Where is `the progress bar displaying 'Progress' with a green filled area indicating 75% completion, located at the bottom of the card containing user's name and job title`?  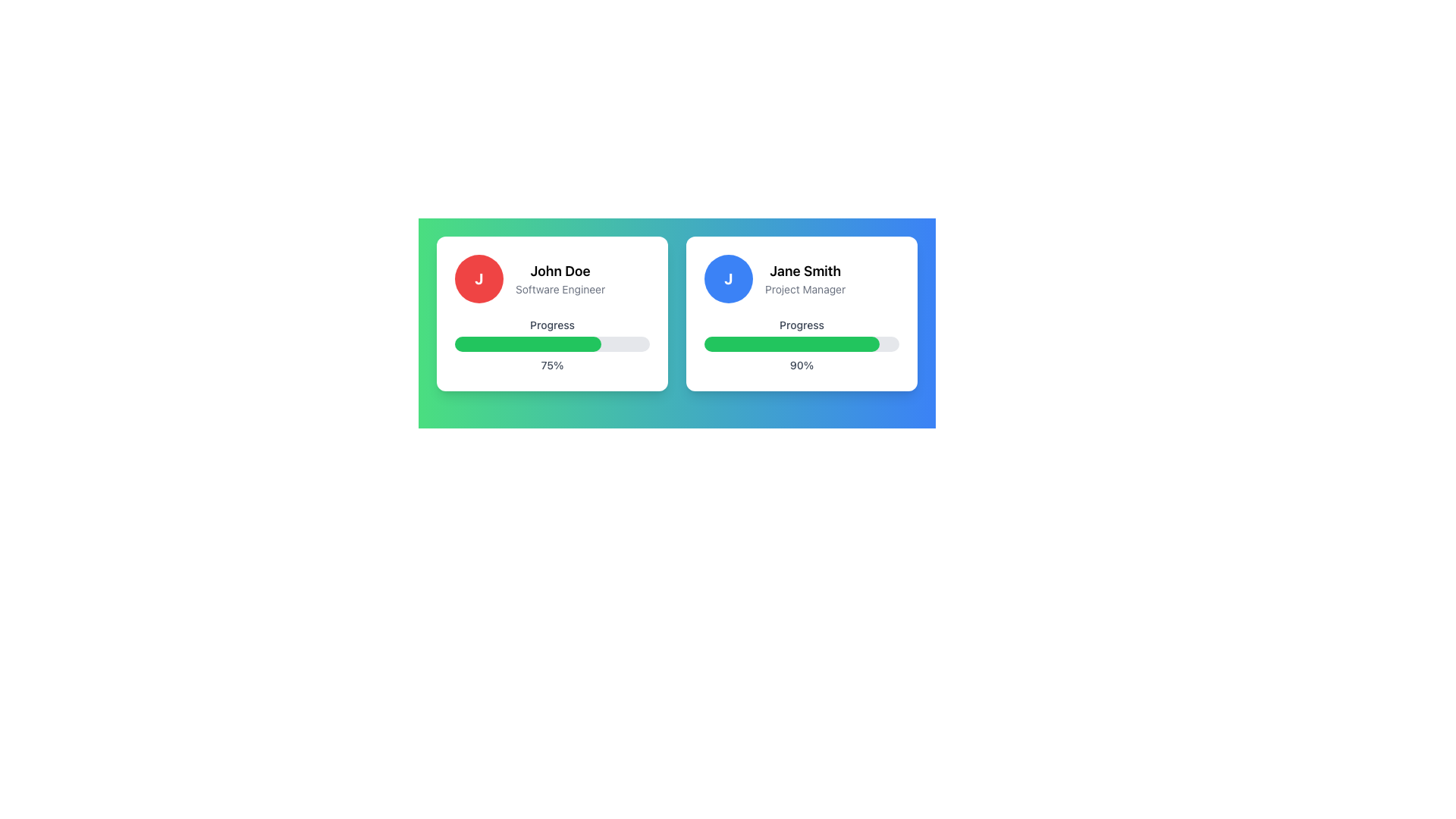 the progress bar displaying 'Progress' with a green filled area indicating 75% completion, located at the bottom of the card containing user's name and job title is located at coordinates (551, 344).